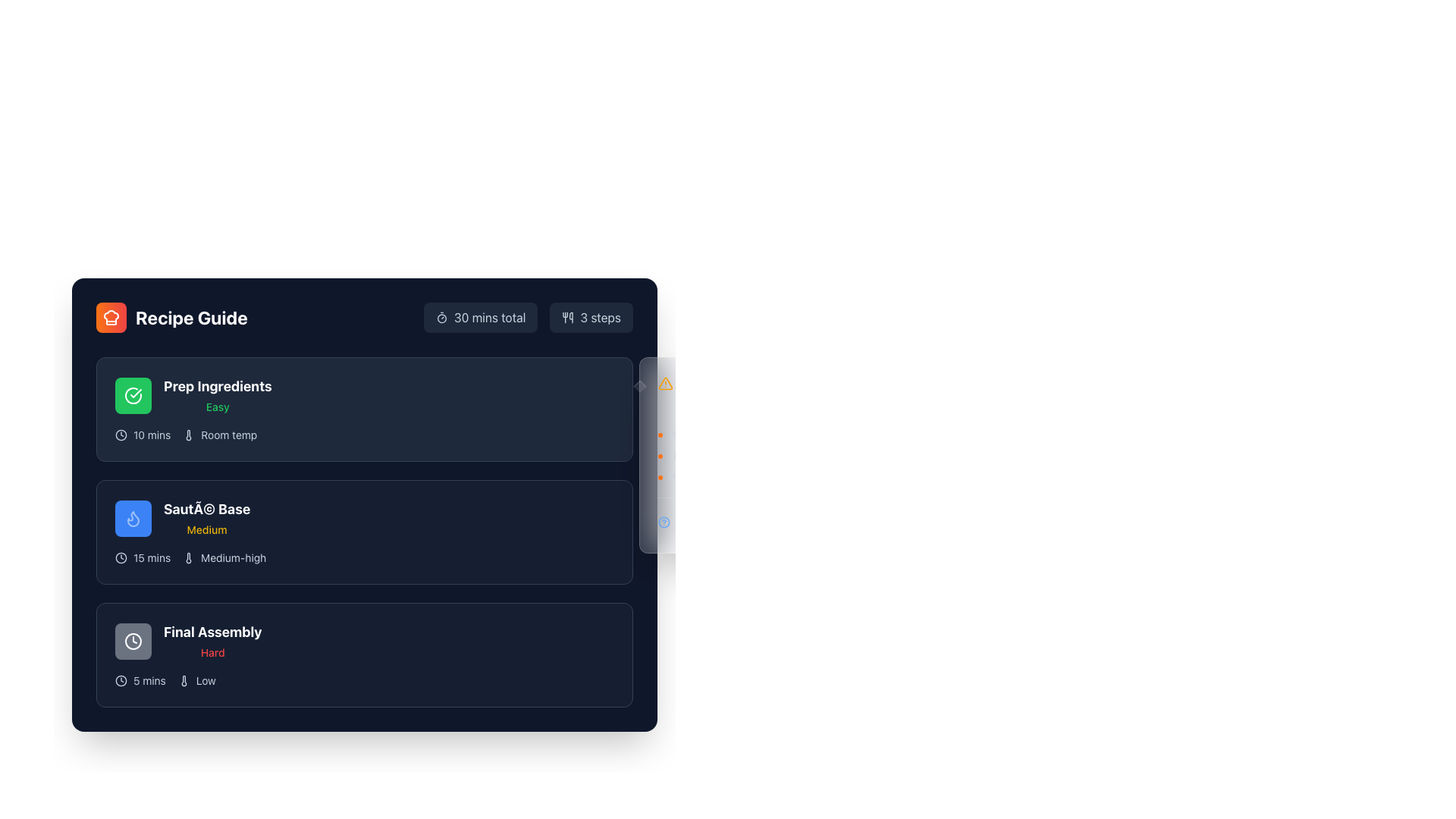 The image size is (1456, 819). What do you see at coordinates (219, 435) in the screenshot?
I see `the descriptive information block component that contains a thermometer icon and the text 'Room temp', positioned to the right of '10 mins' and below 'Prep Ingredients'` at bounding box center [219, 435].